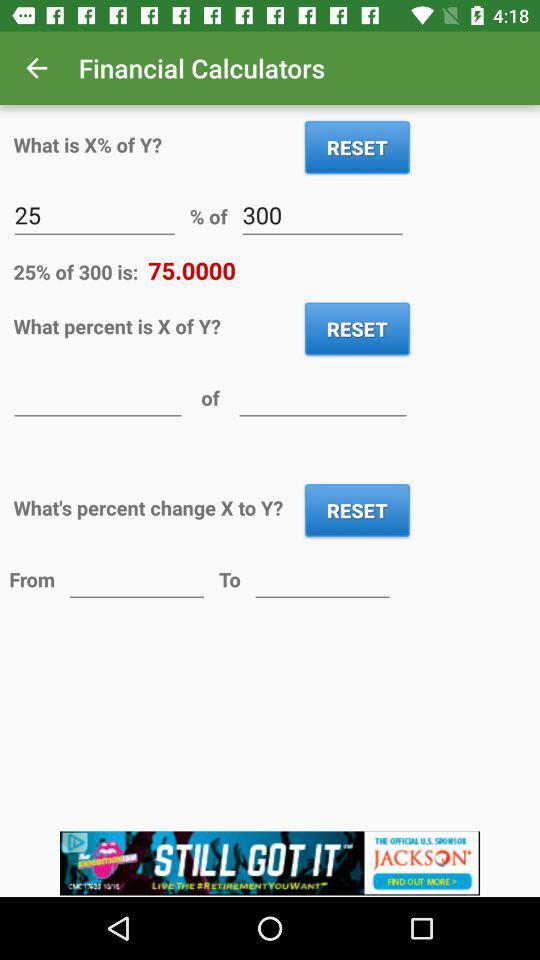 This screenshot has height=960, width=540. I want to click on value, so click(136, 578).